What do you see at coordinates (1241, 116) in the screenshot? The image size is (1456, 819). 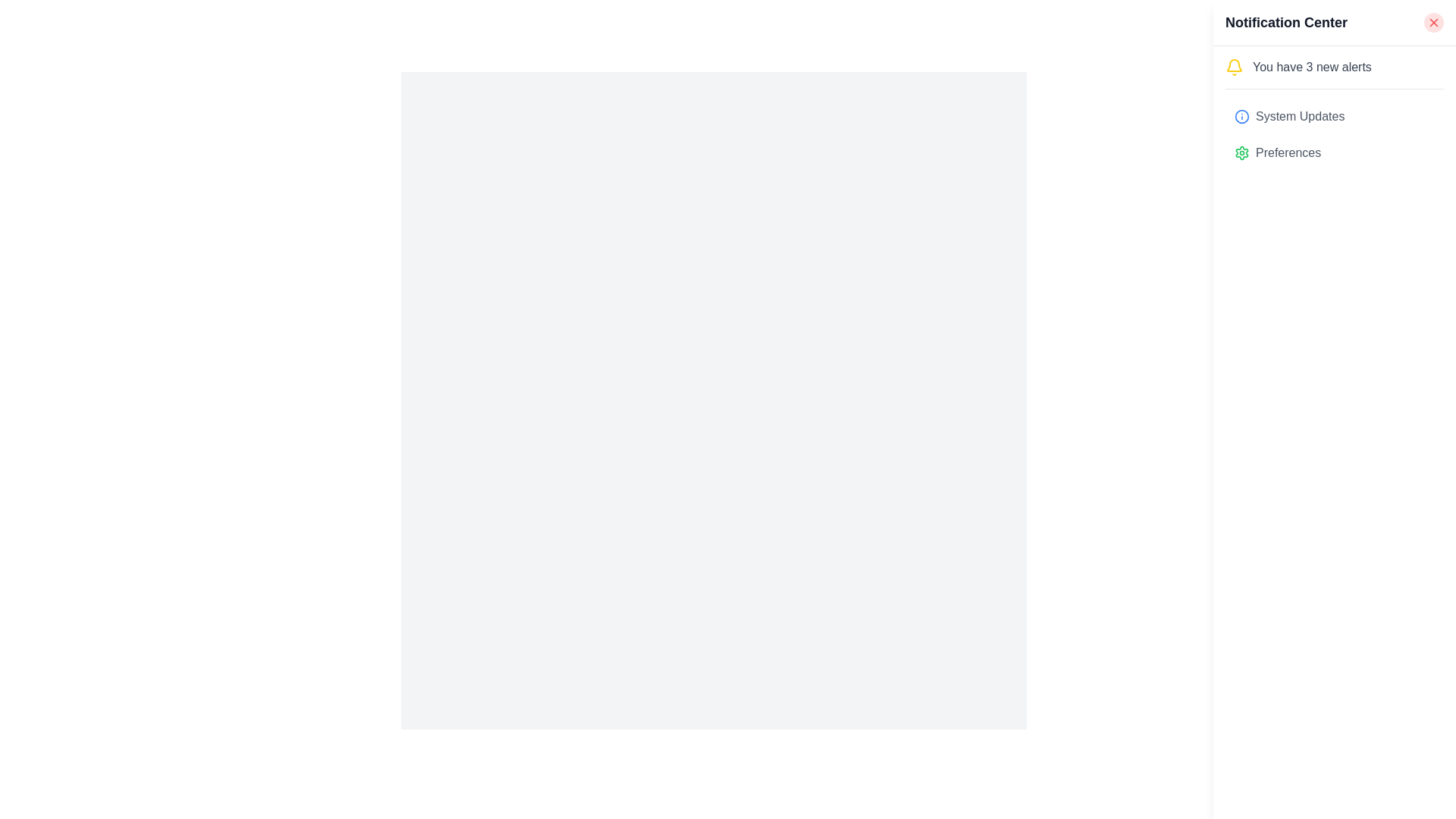 I see `the circular blue icon with an information symbol, located to the left of the 'System Updates' text in the menu panel of the notification center` at bounding box center [1241, 116].